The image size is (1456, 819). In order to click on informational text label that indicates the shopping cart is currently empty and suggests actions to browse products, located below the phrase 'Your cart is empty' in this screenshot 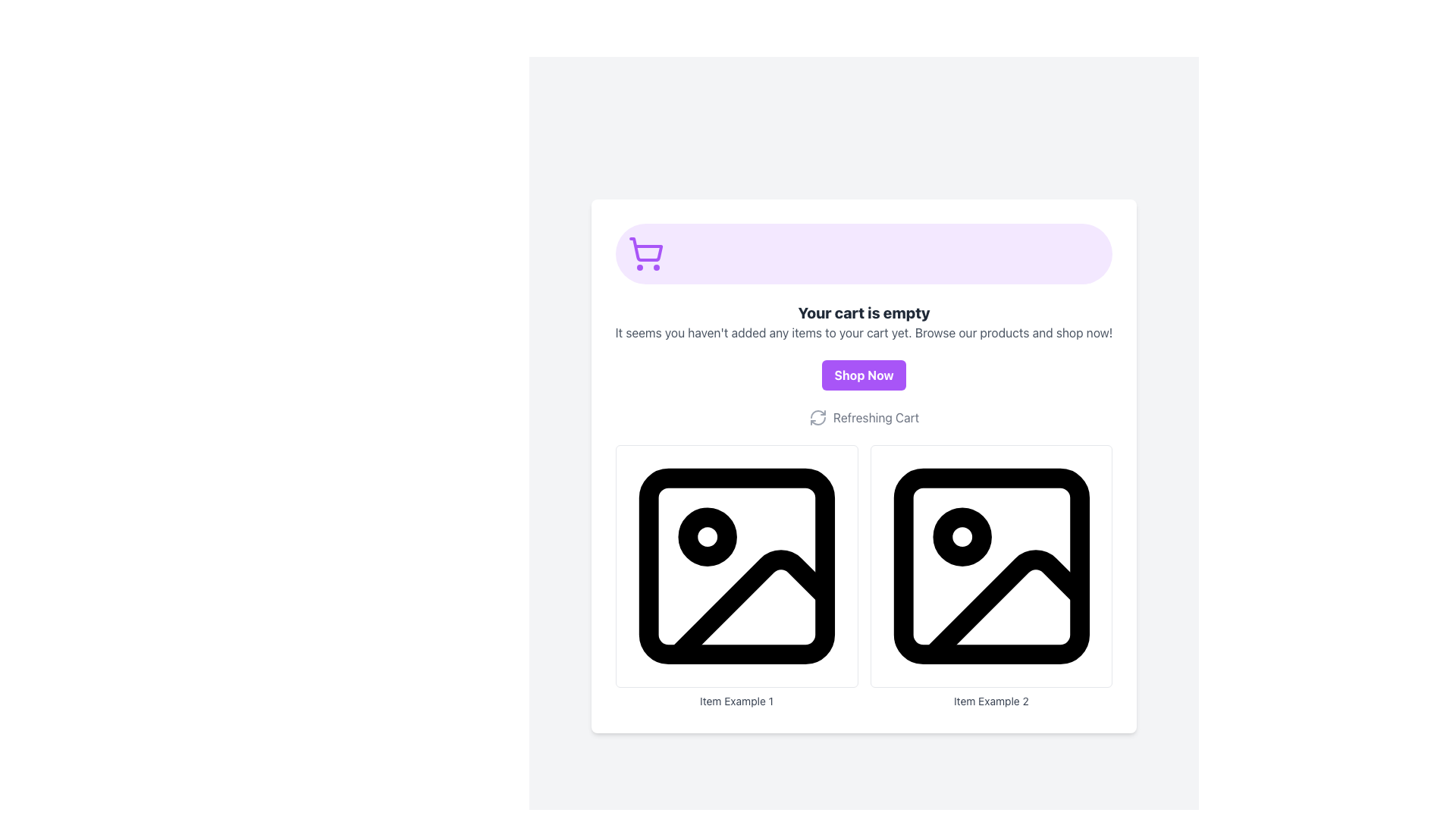, I will do `click(864, 332)`.